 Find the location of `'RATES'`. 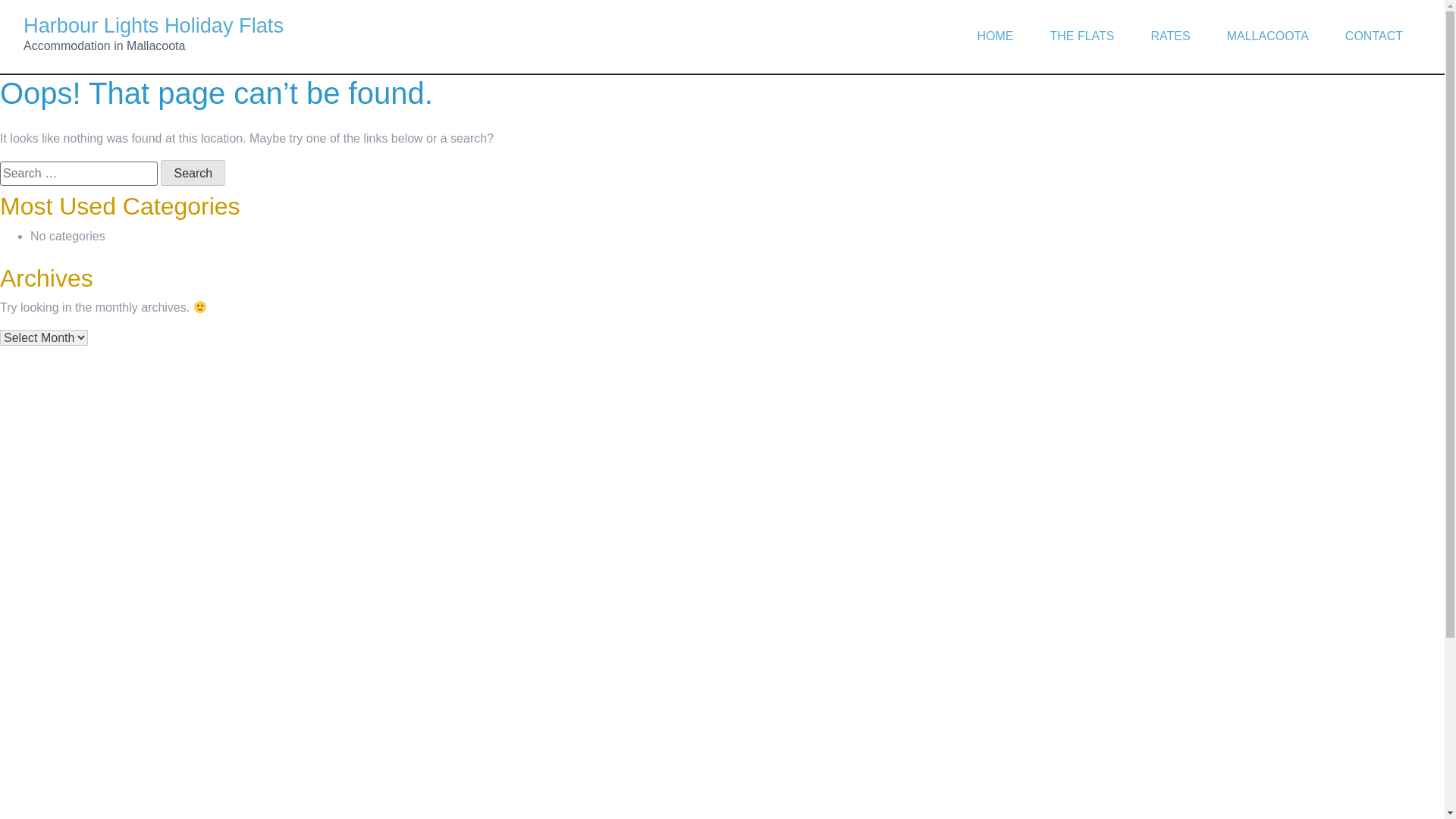

'RATES' is located at coordinates (1170, 35).